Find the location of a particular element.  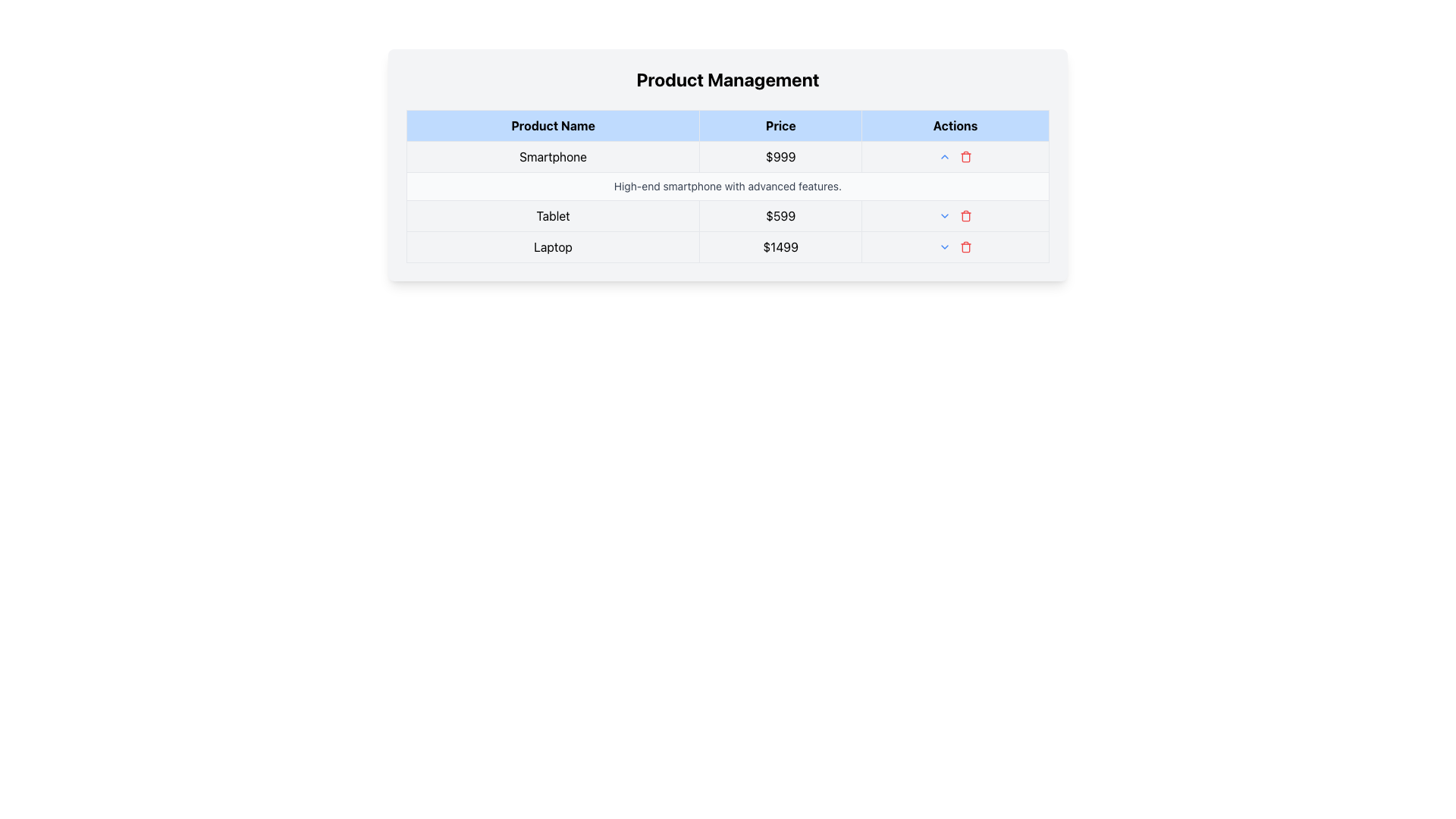

the price label ('$999') of the product 'Smartphone' located in the second column of the table's first row is located at coordinates (780, 157).